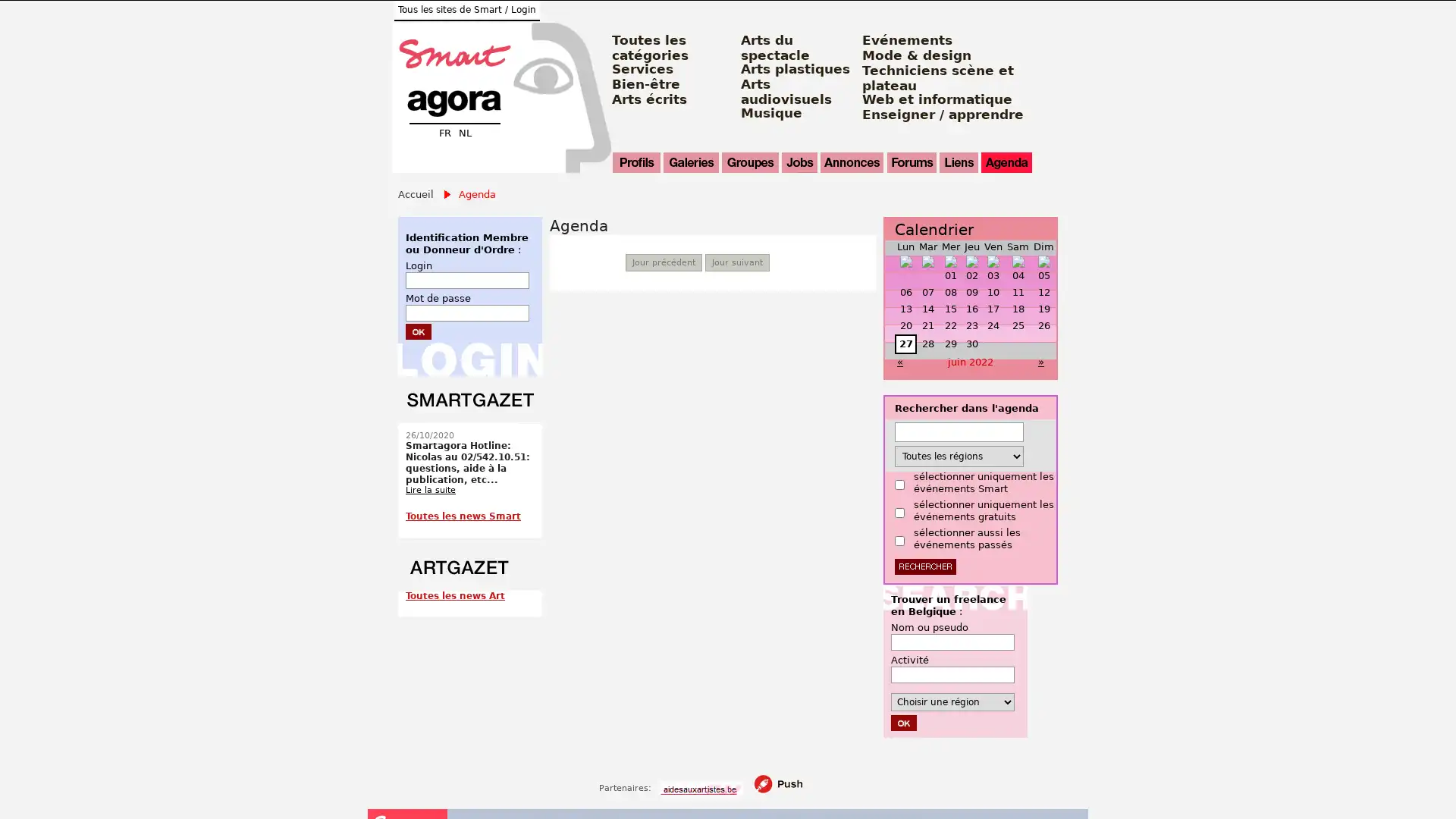  I want to click on Submit, so click(419, 330).